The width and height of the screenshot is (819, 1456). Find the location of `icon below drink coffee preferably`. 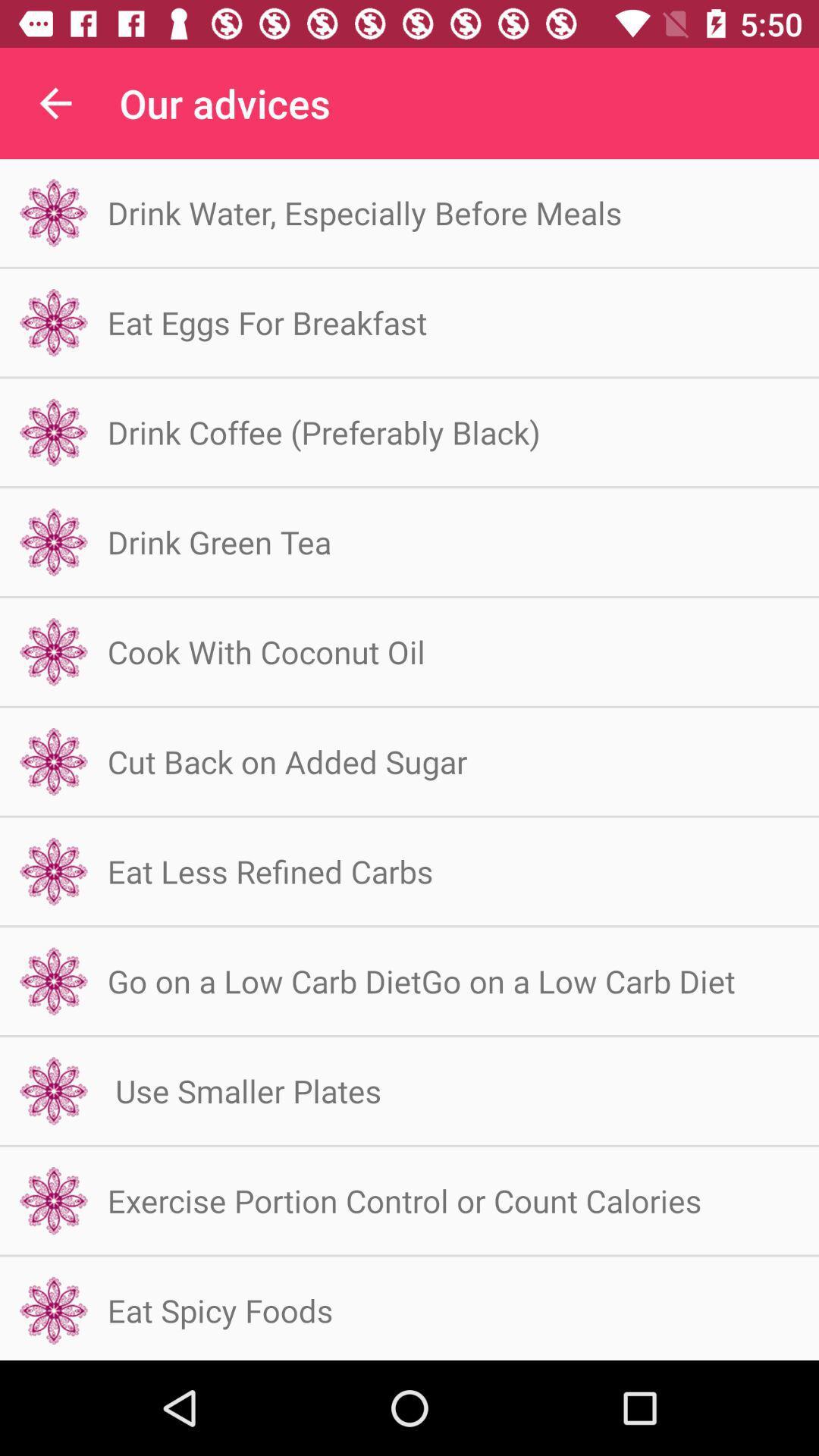

icon below drink coffee preferably is located at coordinates (219, 541).